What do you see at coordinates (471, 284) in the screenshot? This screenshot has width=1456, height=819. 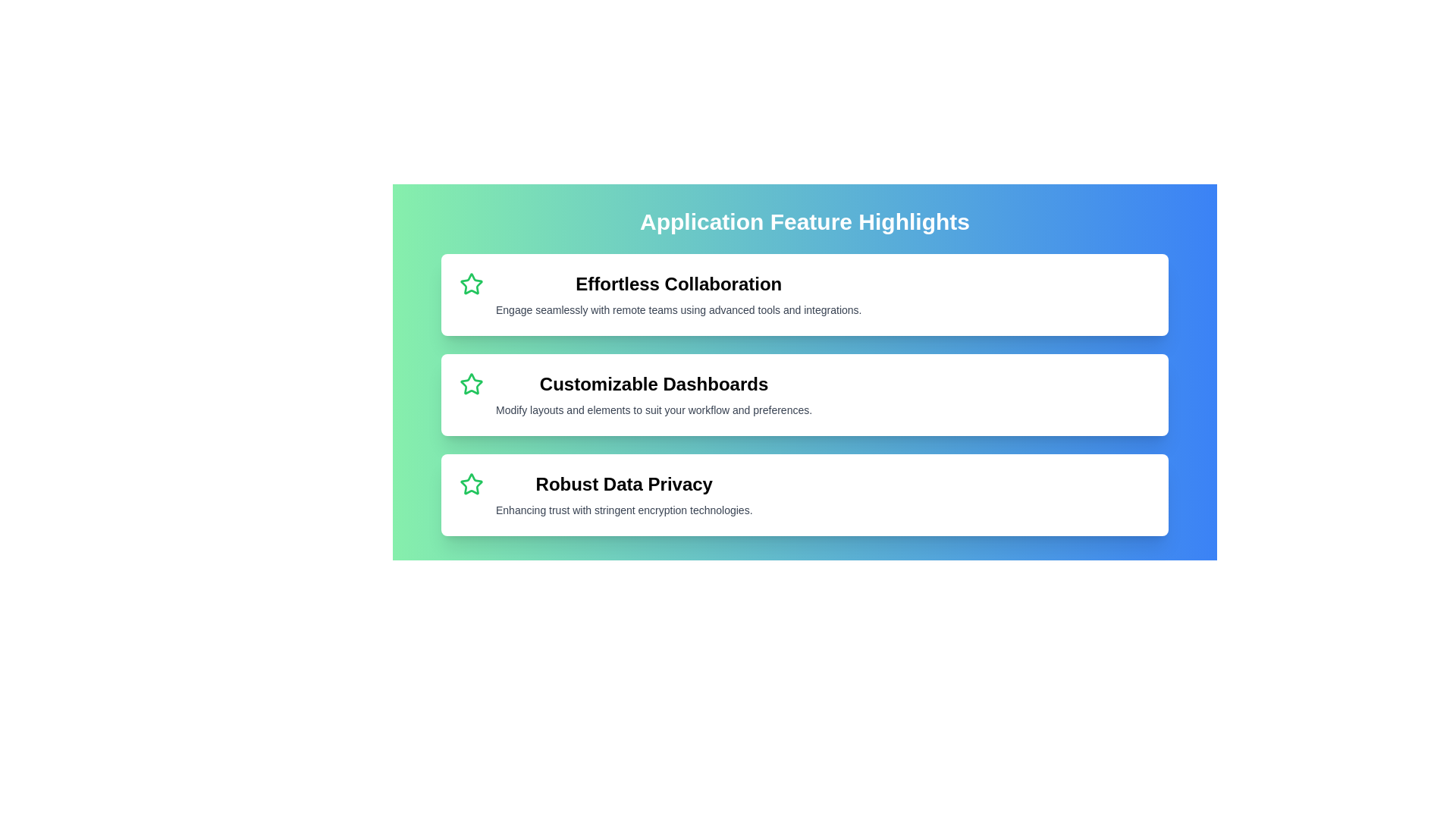 I see `the first icon in the feature highlight section that visually represents 'Effortless Collaboration' to associate it with the feature text` at bounding box center [471, 284].